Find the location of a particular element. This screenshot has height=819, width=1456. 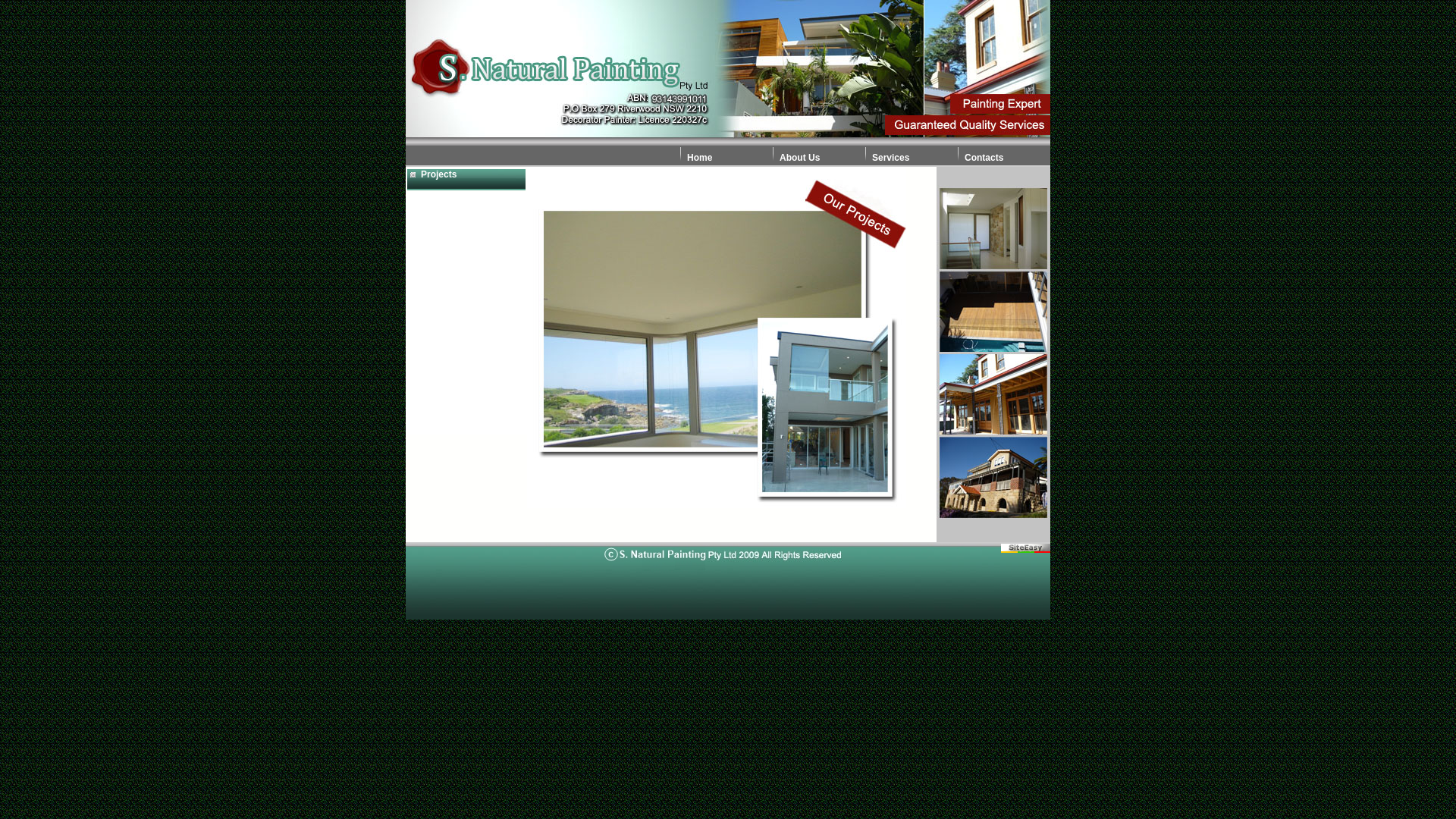

'About Us' is located at coordinates (799, 158).